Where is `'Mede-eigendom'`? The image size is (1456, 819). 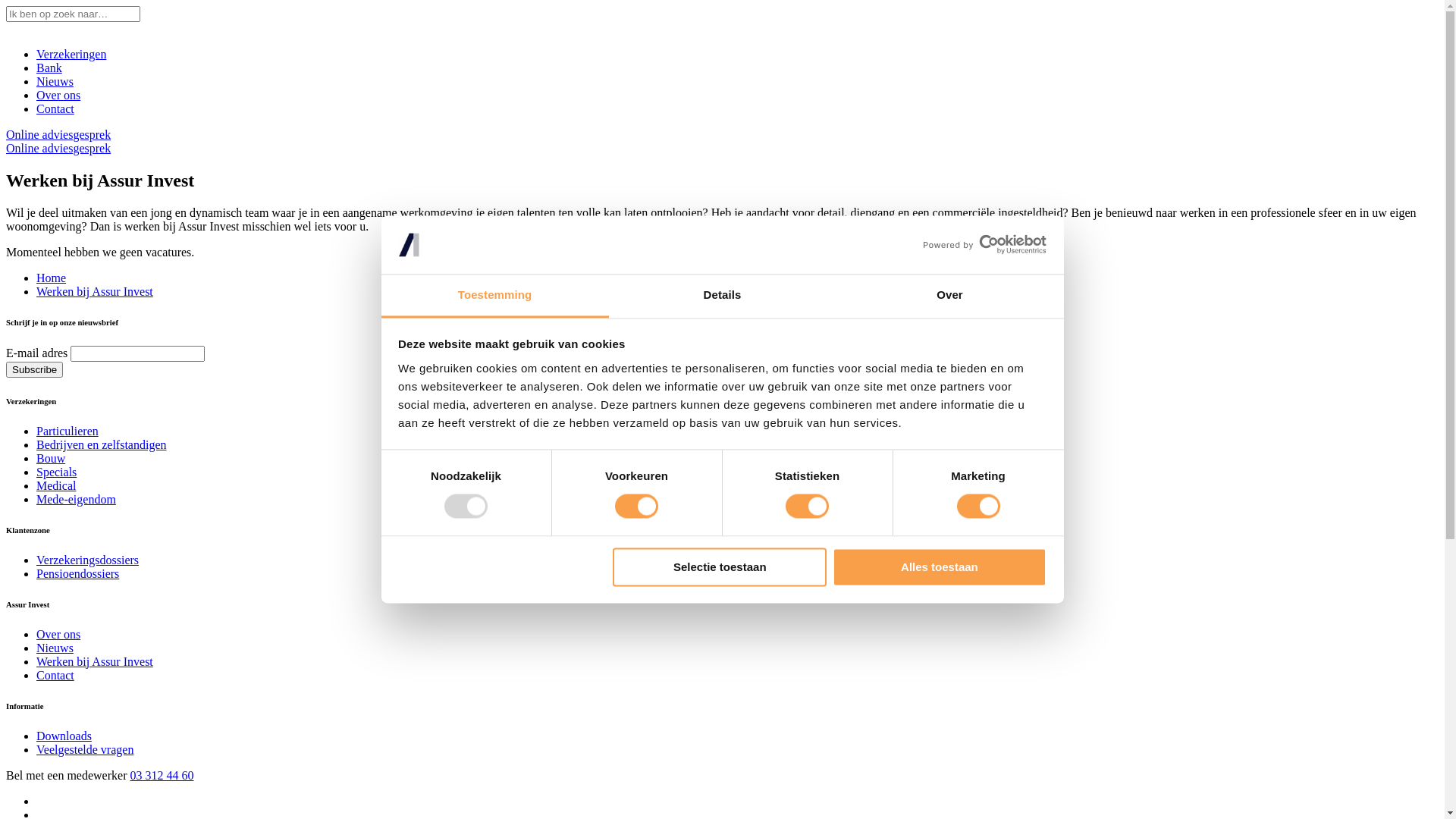 'Mede-eigendom' is located at coordinates (75, 499).